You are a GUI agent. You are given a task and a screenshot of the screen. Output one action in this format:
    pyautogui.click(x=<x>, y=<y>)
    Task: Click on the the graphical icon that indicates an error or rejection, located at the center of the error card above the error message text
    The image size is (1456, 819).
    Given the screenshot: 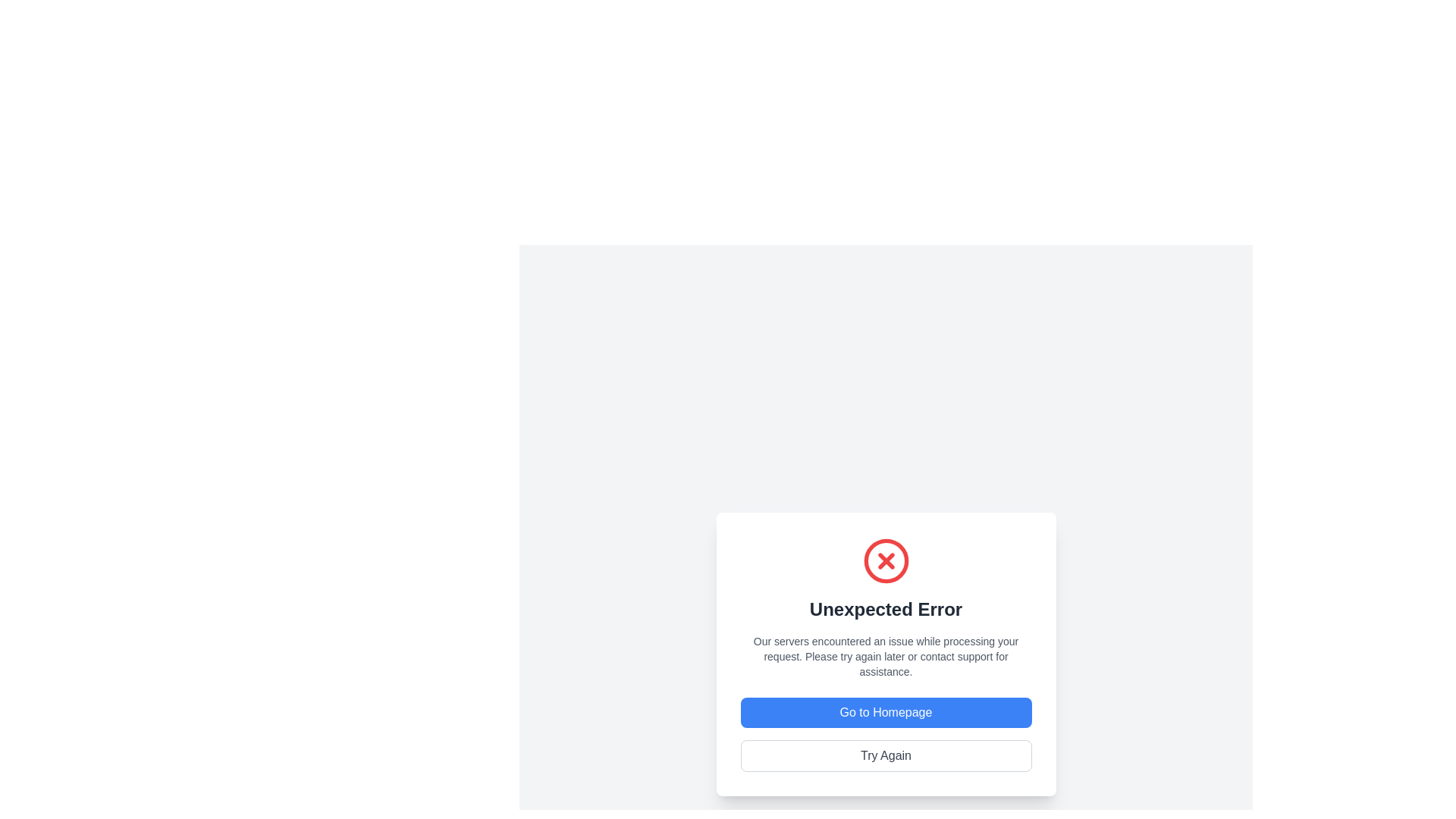 What is the action you would take?
    pyautogui.click(x=886, y=561)
    